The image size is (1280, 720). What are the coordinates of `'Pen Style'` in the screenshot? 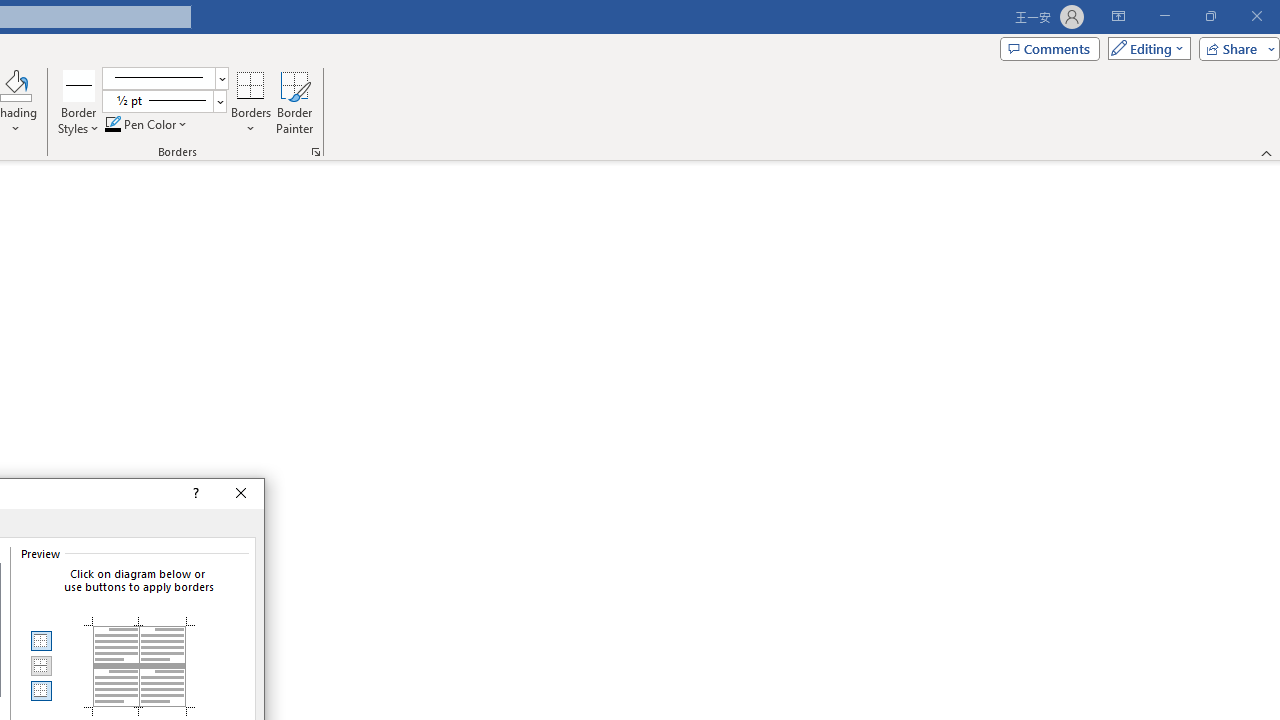 It's located at (165, 77).